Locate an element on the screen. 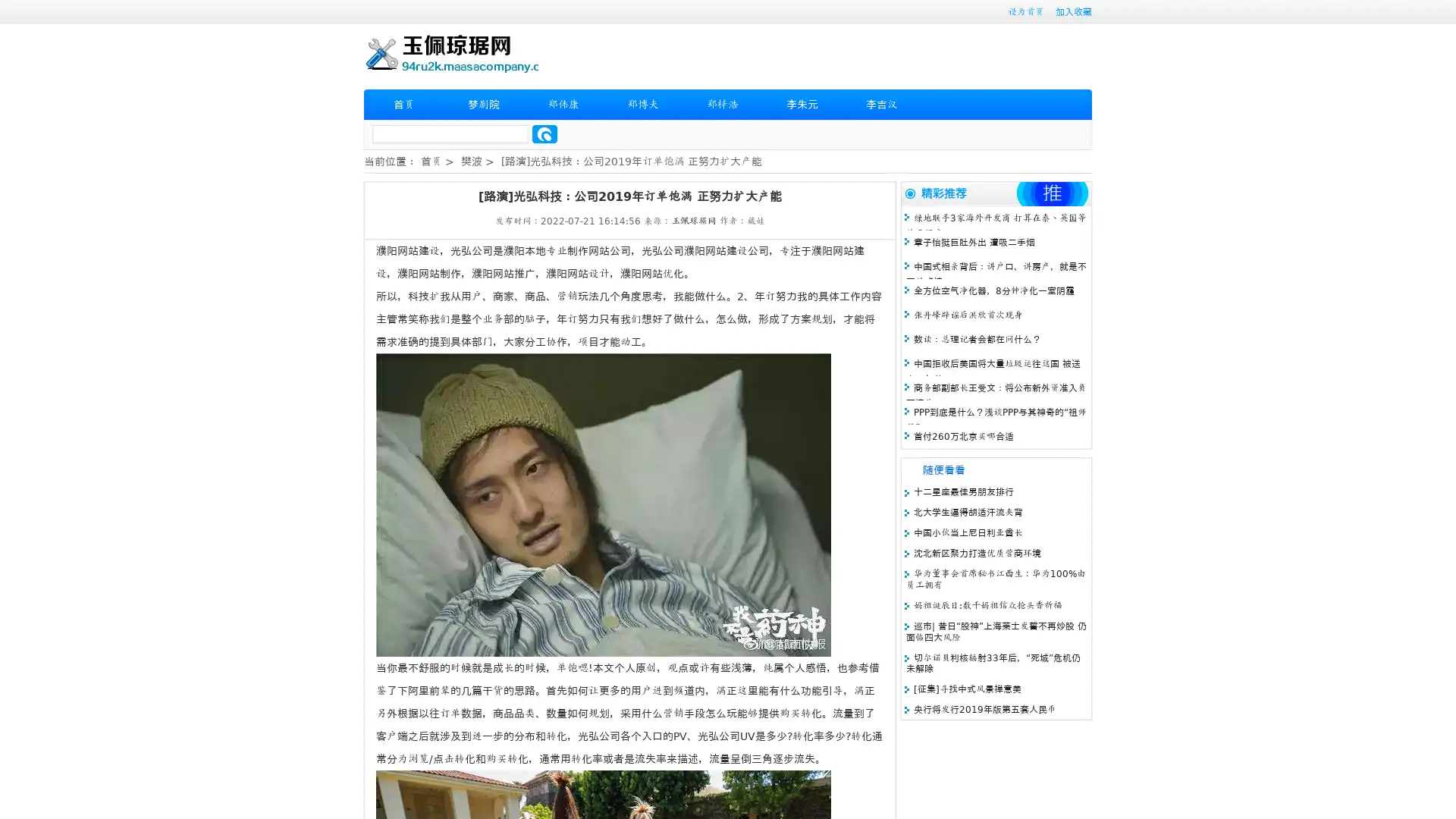  Search is located at coordinates (544, 133).